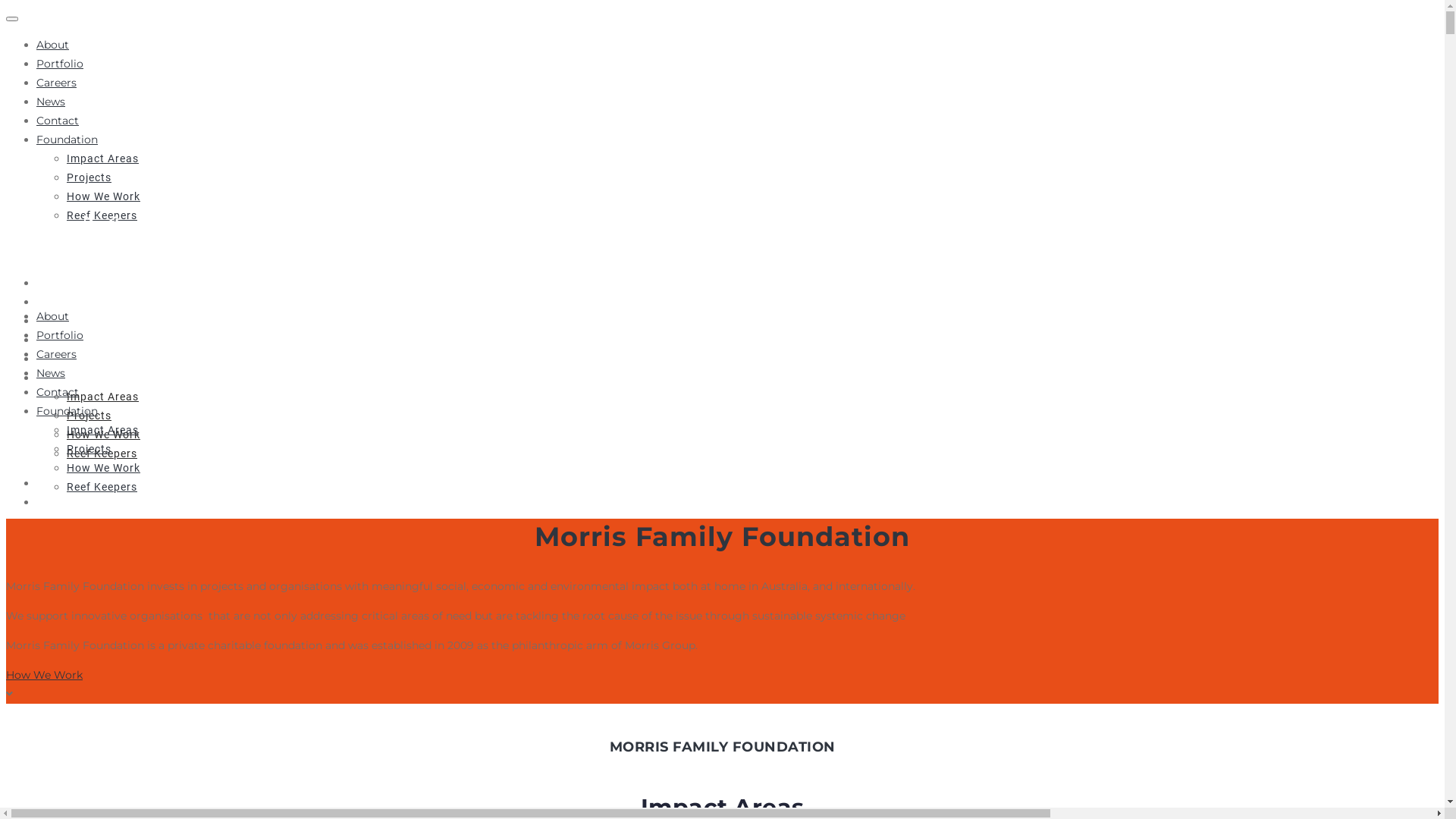 Image resolution: width=1456 pixels, height=819 pixels. Describe the element at coordinates (101, 486) in the screenshot. I see `'Reef Keepers'` at that location.